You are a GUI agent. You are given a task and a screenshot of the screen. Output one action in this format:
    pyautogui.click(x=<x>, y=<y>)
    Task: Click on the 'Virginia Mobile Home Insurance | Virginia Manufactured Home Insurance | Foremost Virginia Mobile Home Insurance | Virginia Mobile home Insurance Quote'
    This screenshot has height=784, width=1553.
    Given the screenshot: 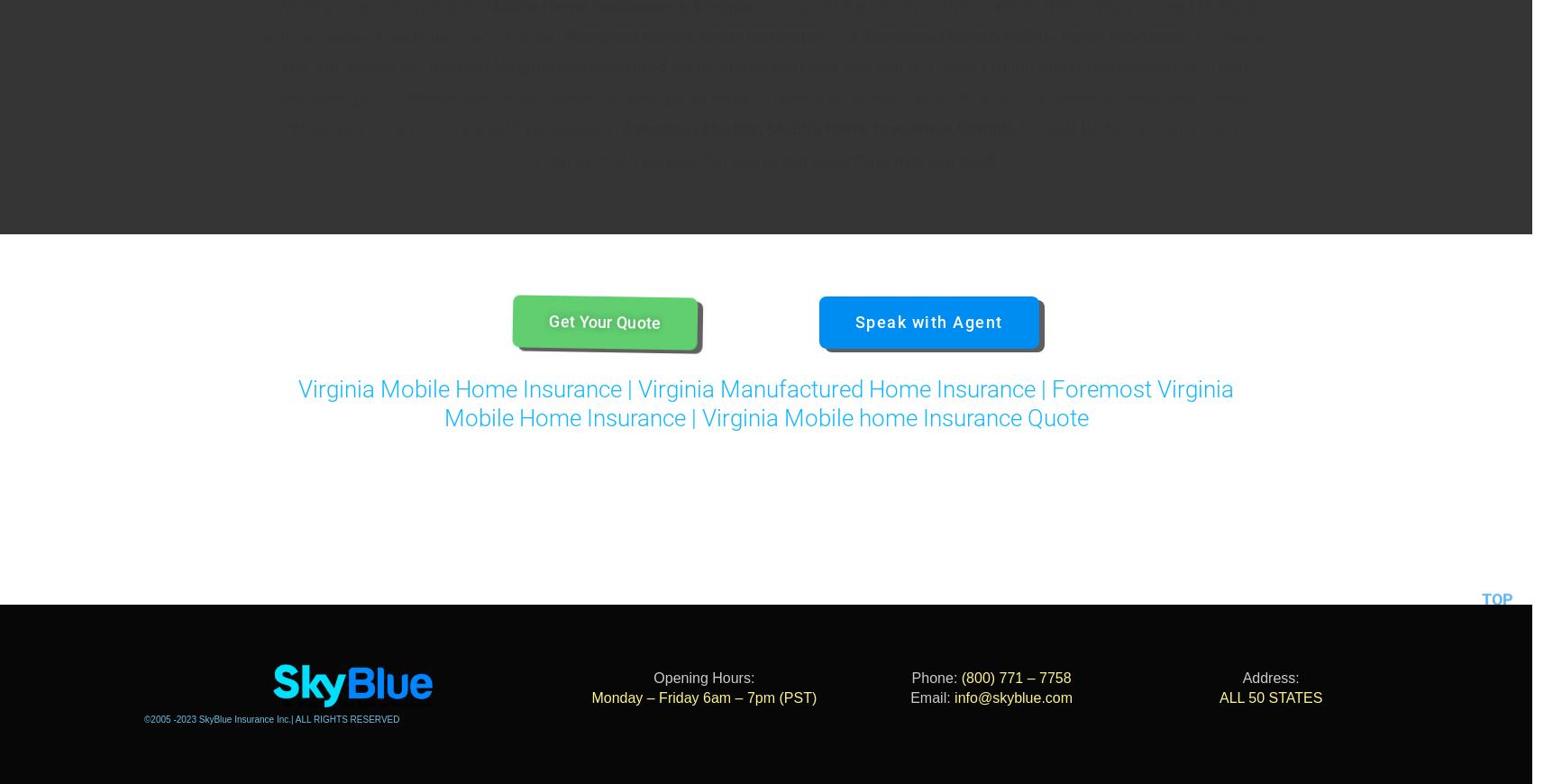 What is the action you would take?
    pyautogui.click(x=765, y=402)
    